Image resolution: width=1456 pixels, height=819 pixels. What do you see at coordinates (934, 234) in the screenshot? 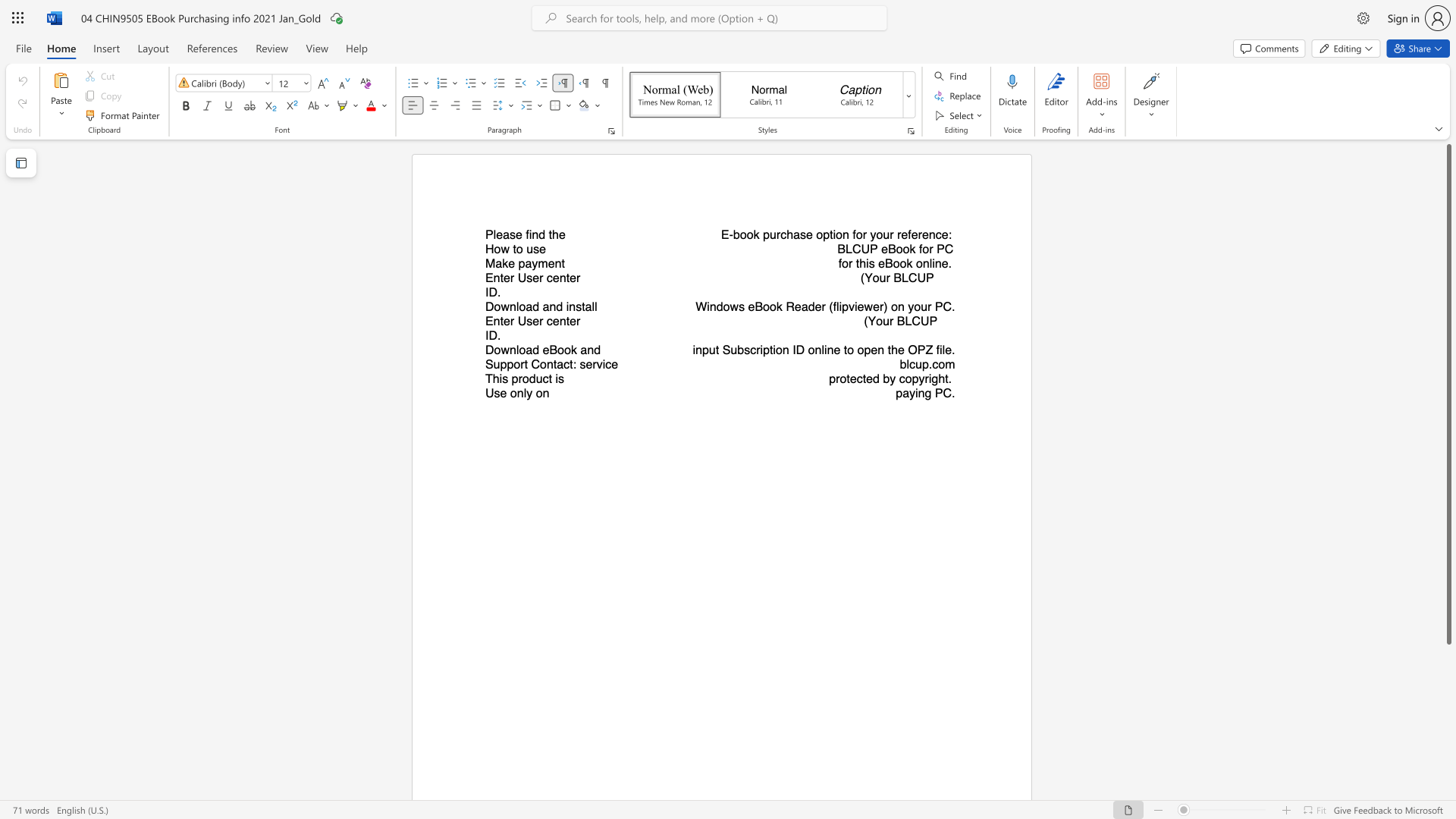
I see `the subset text "ce:" within the text "E-book purchase option for your reference:"` at bounding box center [934, 234].